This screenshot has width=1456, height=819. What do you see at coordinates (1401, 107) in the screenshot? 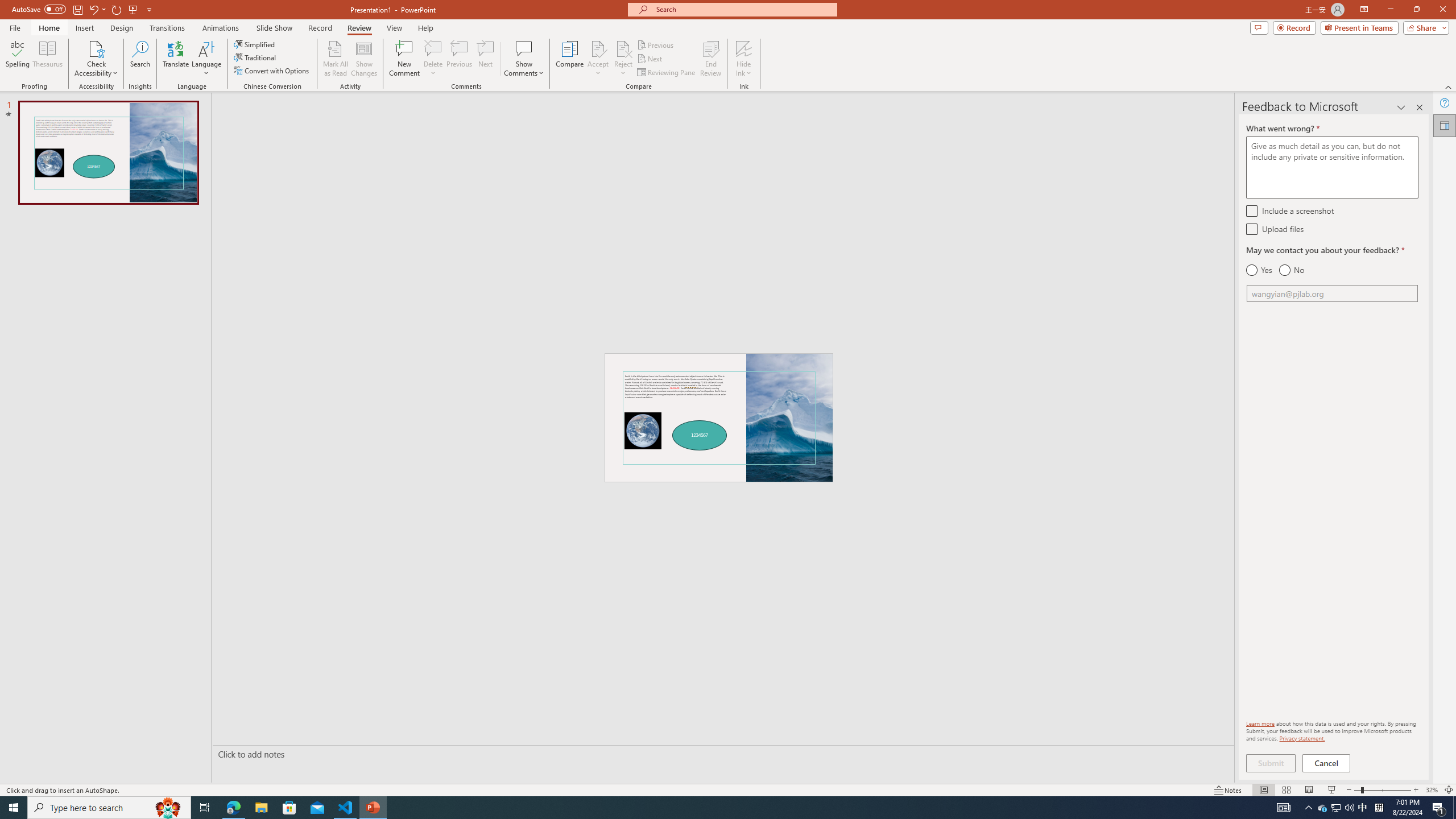
I see `'Task Pane Options'` at bounding box center [1401, 107].